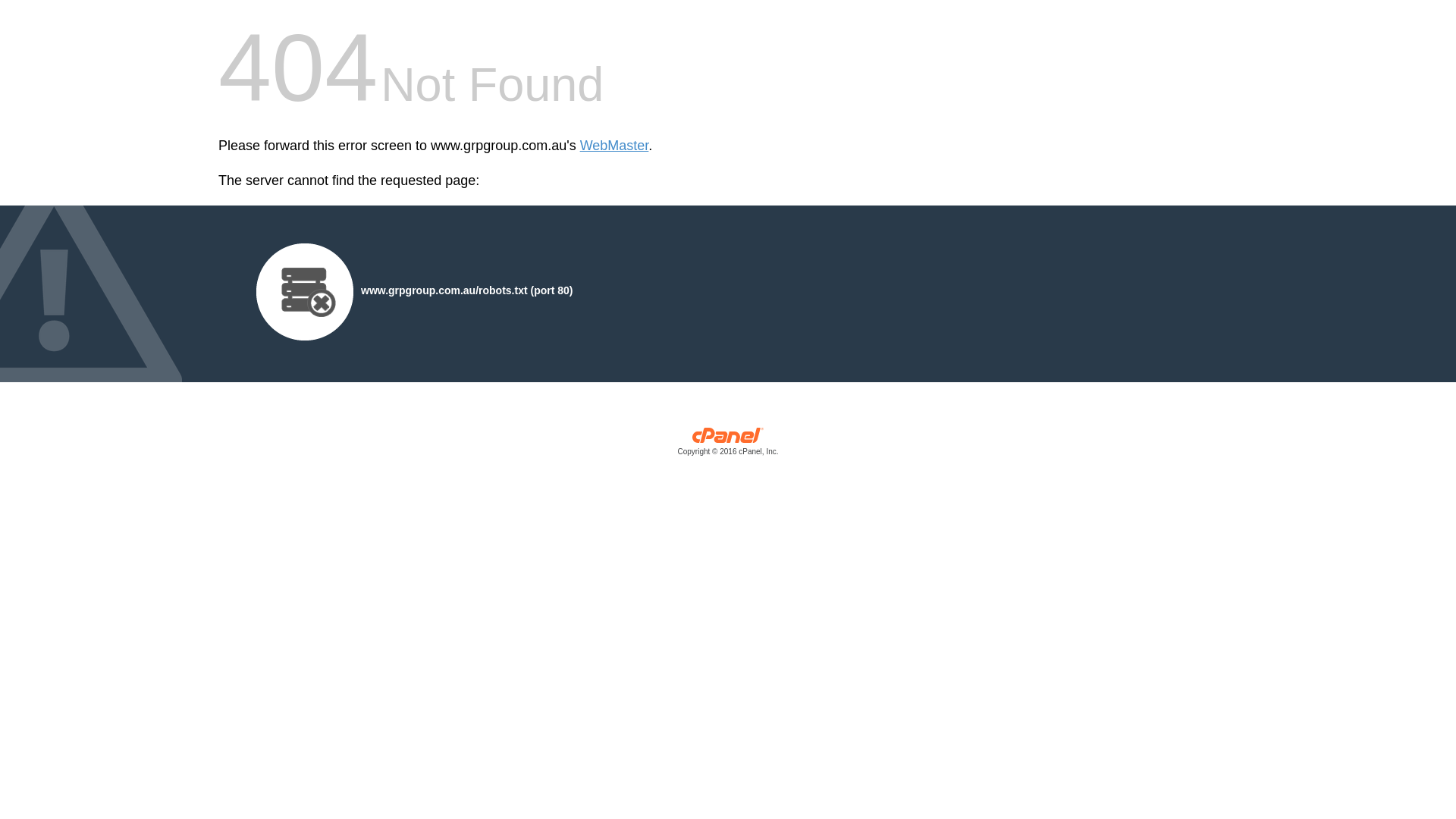 The width and height of the screenshot is (1456, 819). Describe the element at coordinates (579, 146) in the screenshot. I see `'WebMaster'` at that location.